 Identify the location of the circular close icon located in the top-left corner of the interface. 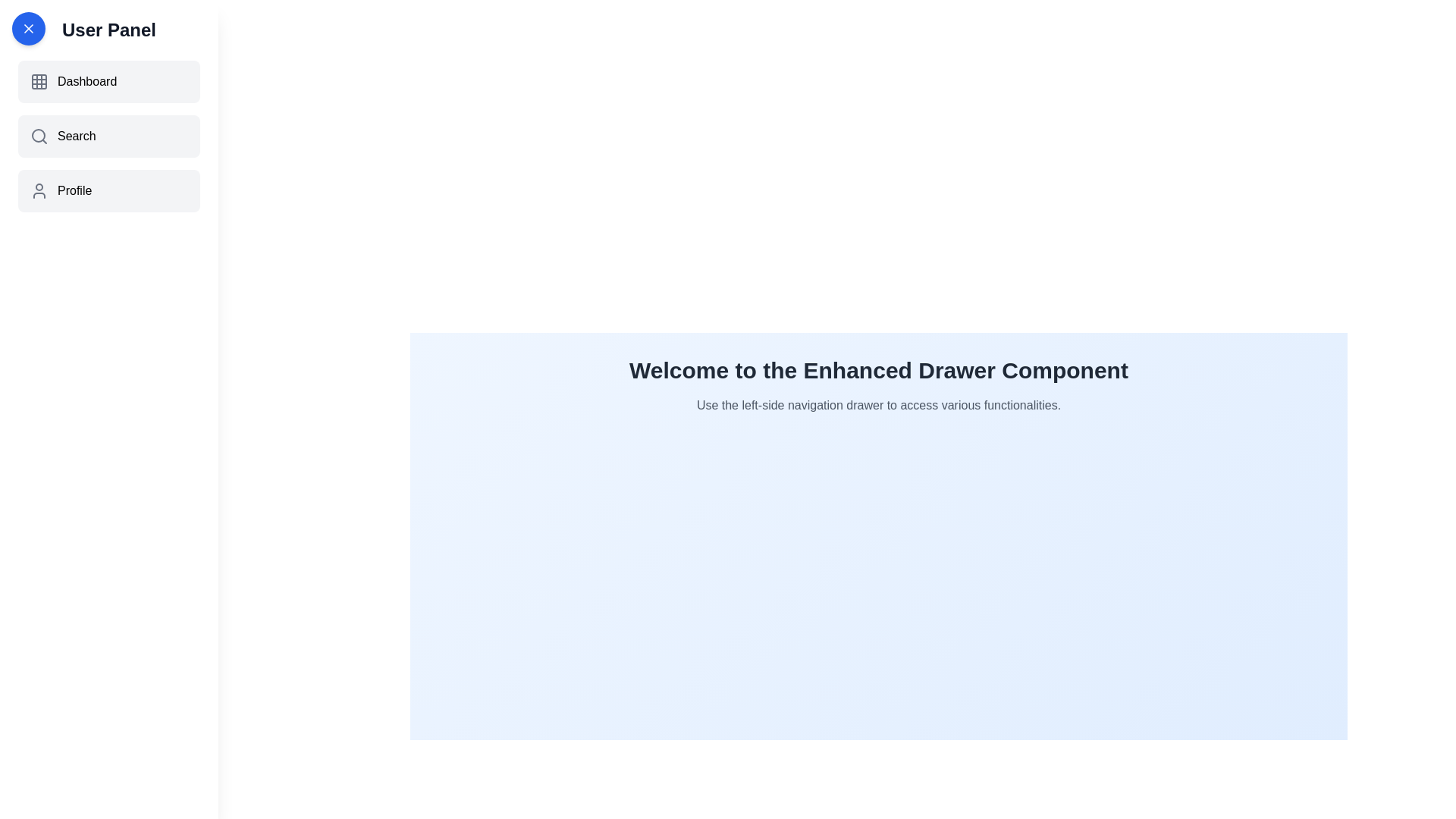
(29, 29).